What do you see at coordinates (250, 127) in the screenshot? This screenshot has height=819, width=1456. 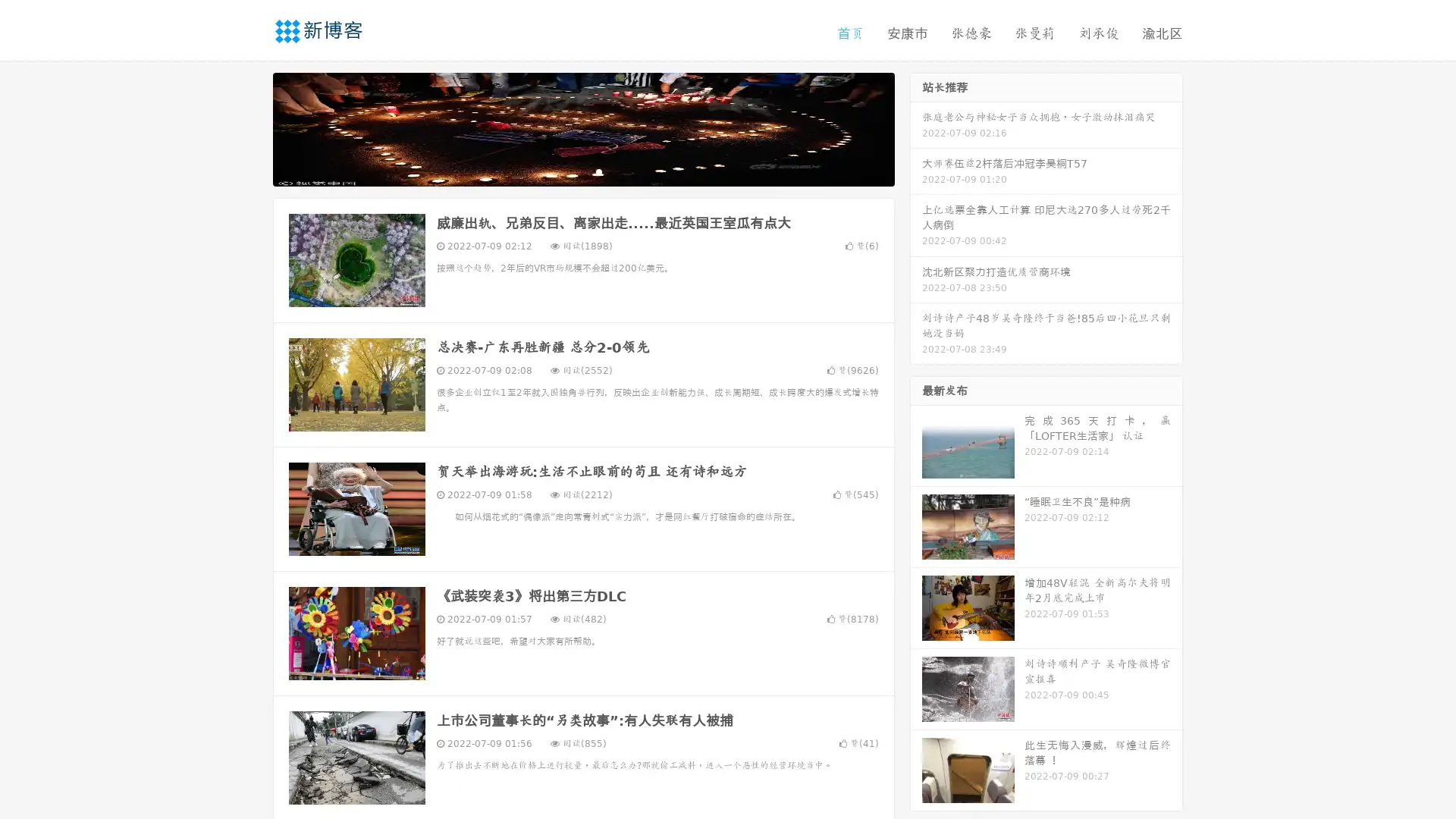 I see `Previous slide` at bounding box center [250, 127].